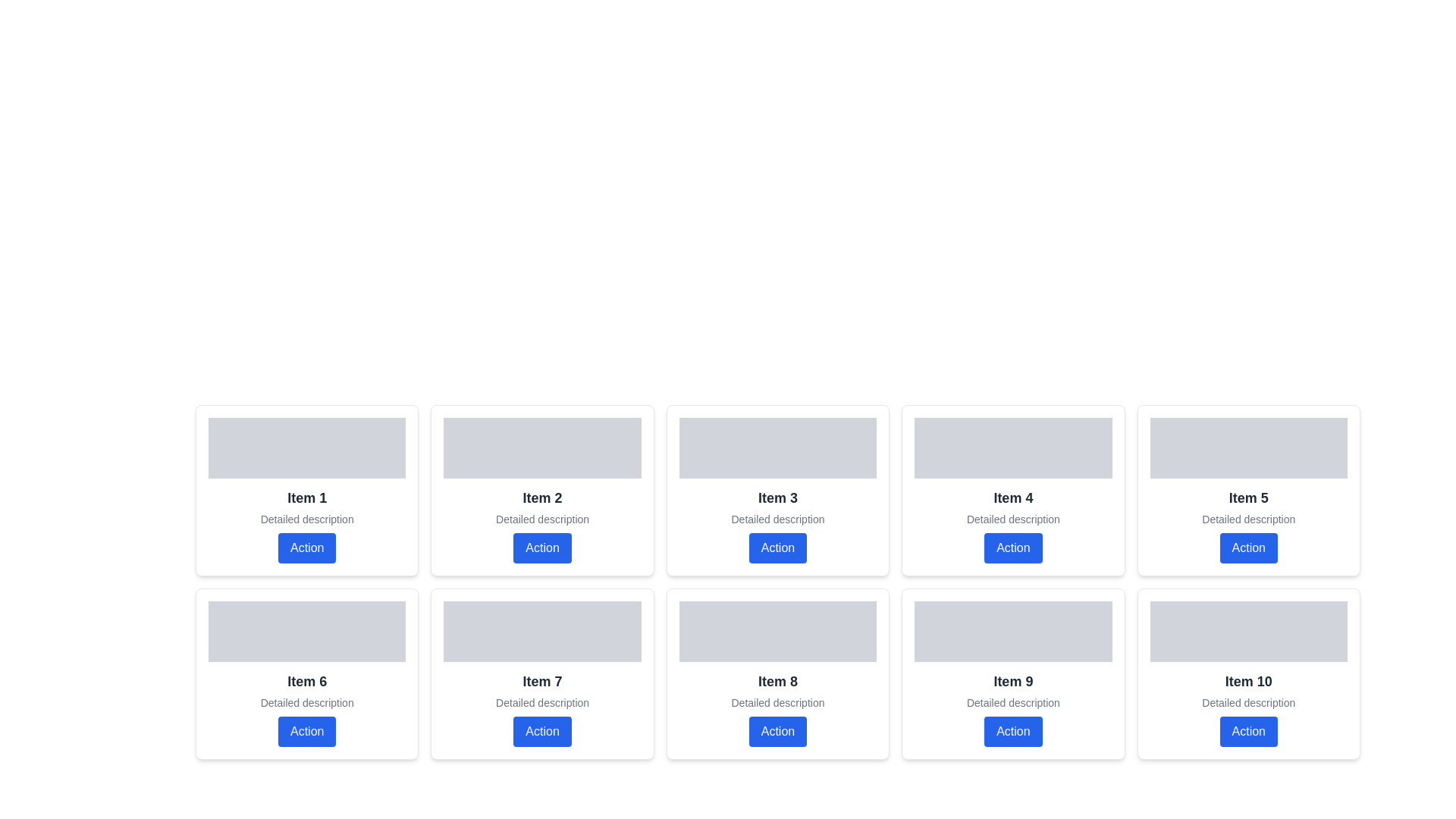  Describe the element at coordinates (306, 730) in the screenshot. I see `the button located at the bottom section of the card labeled 'Item 6' to observe the hover effect` at that location.